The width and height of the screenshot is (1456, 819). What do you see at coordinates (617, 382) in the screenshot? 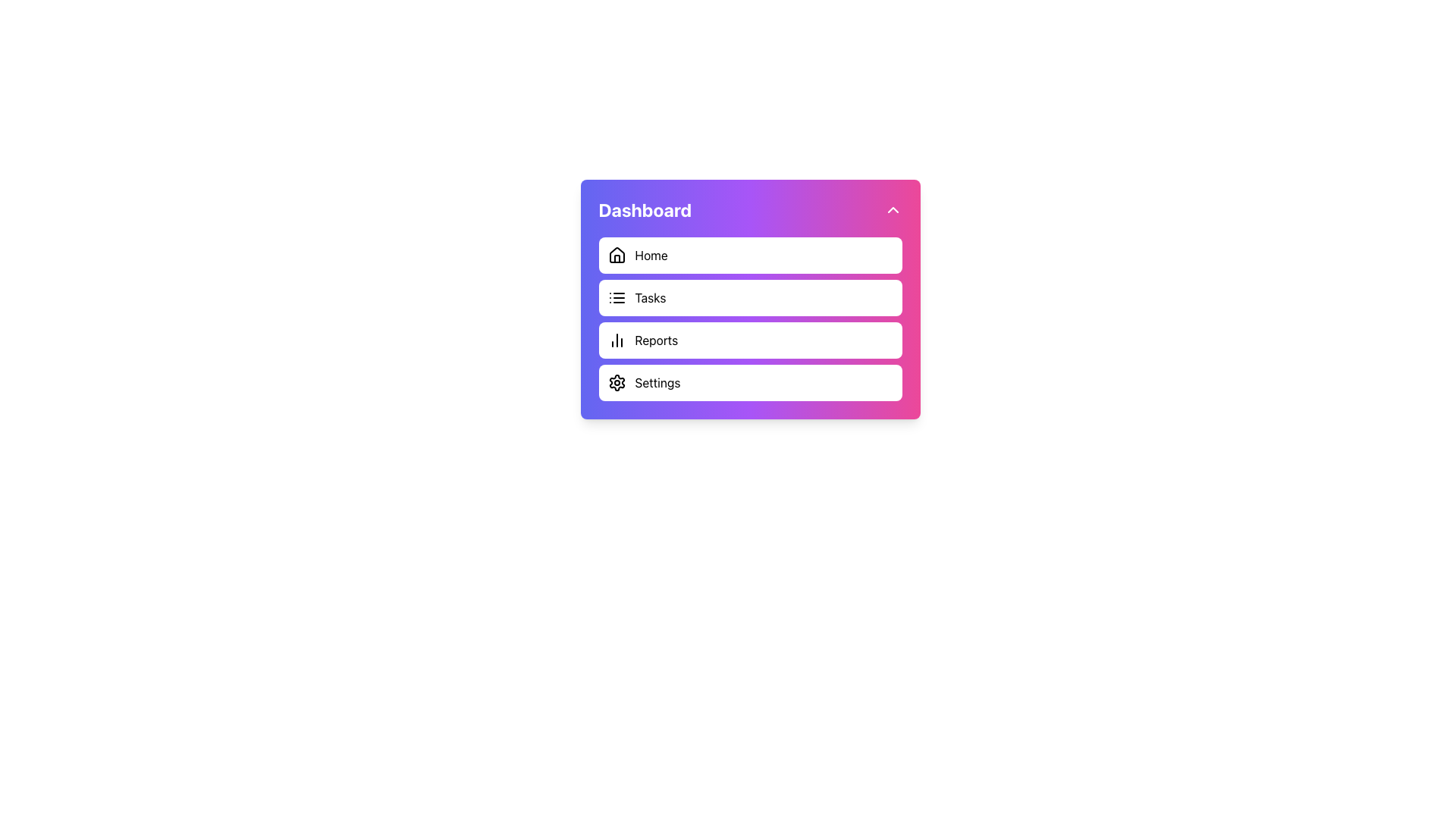
I see `the settings icon represented by the cogwheel shape within the dashboard menu` at bounding box center [617, 382].